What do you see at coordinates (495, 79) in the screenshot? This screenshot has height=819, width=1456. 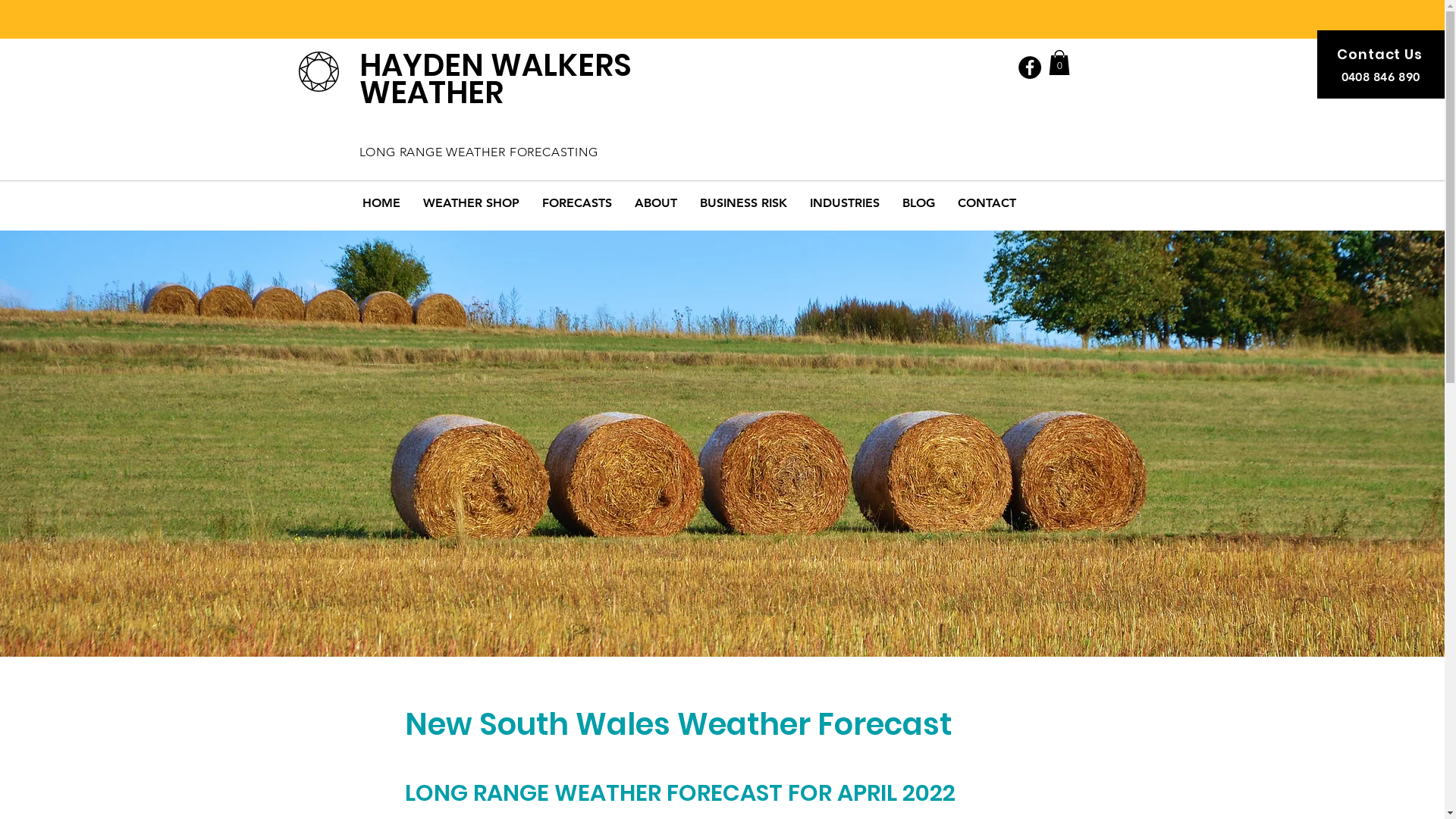 I see `'HAYDEN WALKERS WEATHER'` at bounding box center [495, 79].